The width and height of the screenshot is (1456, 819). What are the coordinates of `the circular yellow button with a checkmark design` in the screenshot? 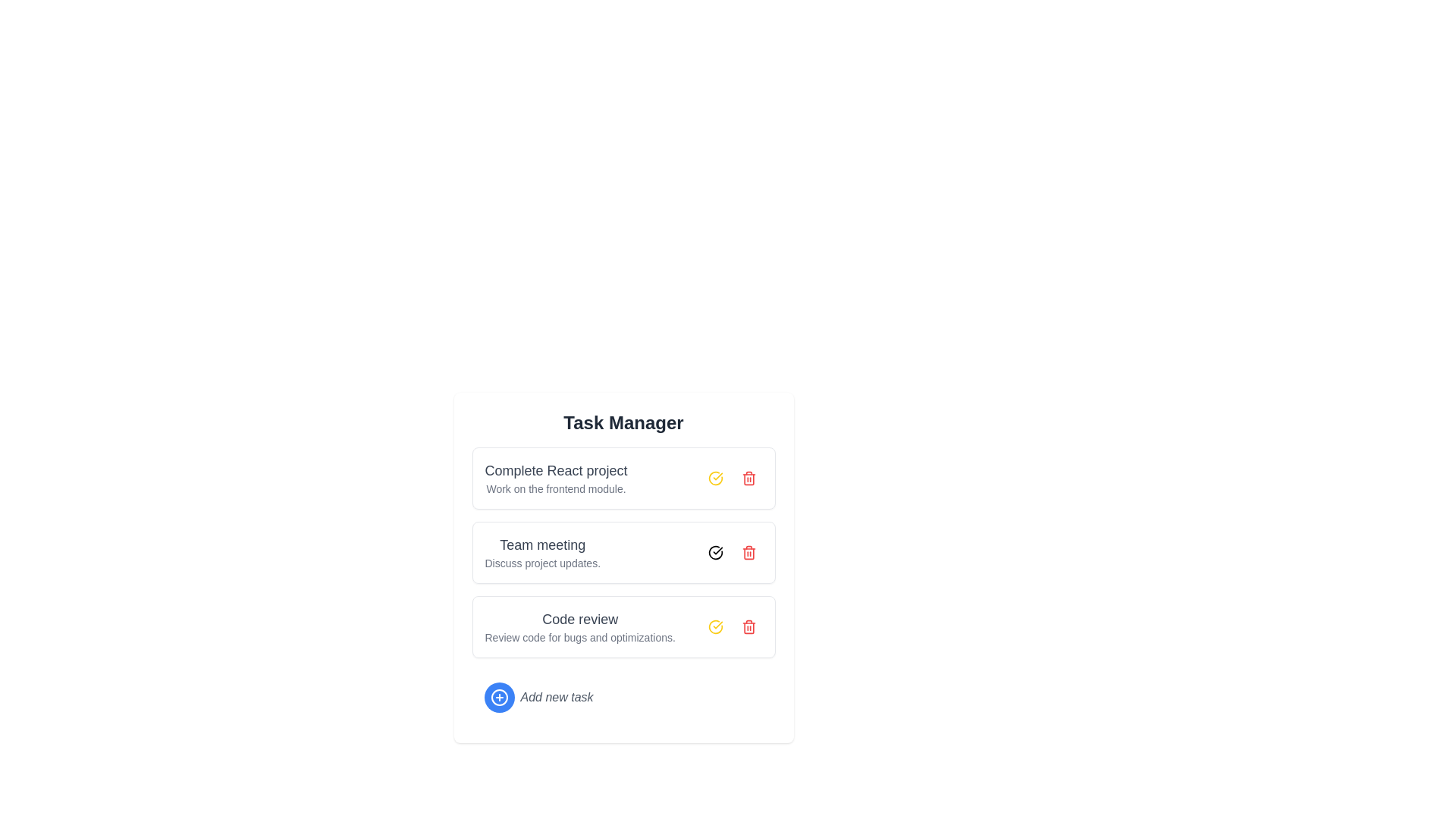 It's located at (714, 479).